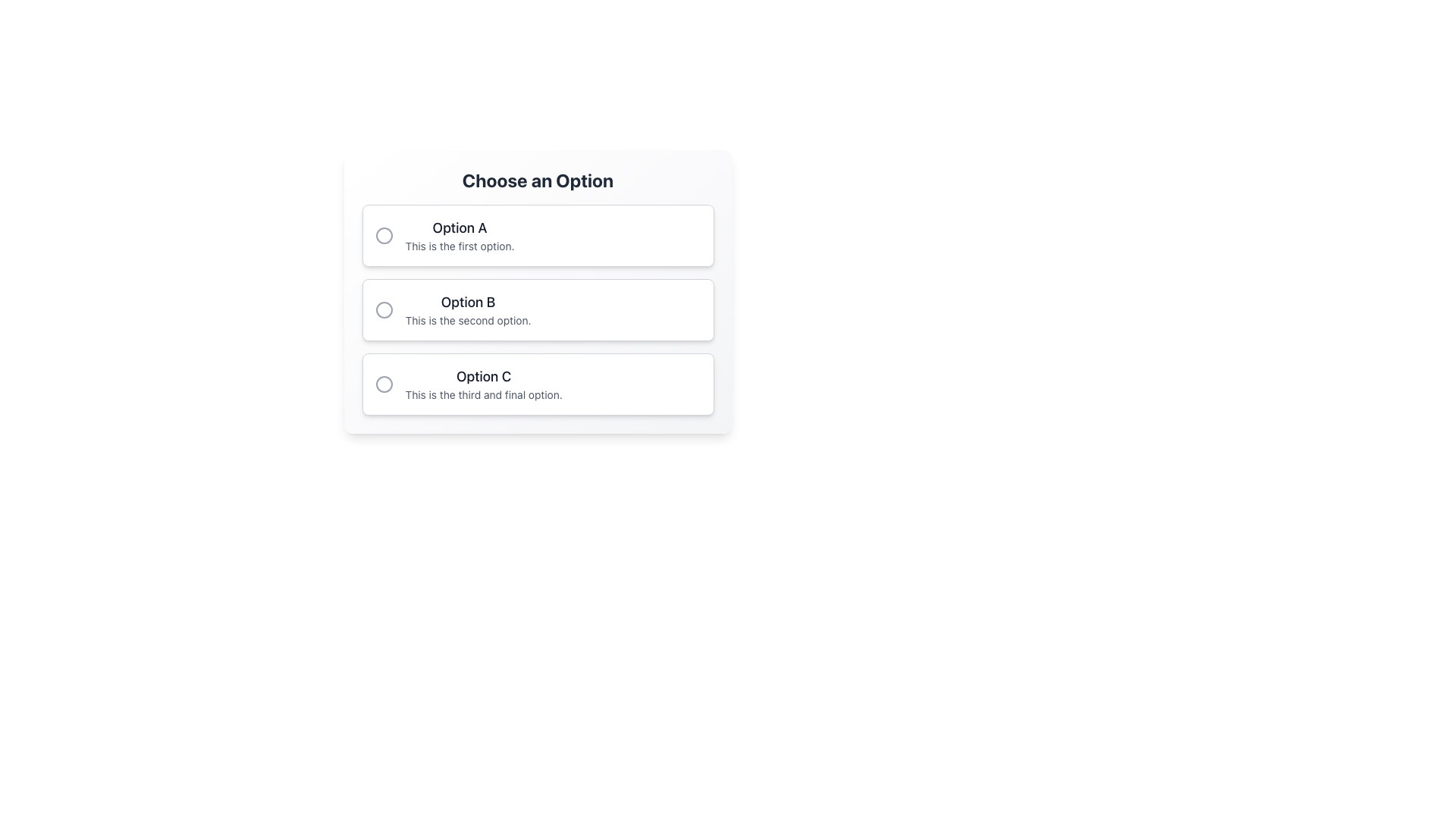 The width and height of the screenshot is (1456, 819). Describe the element at coordinates (483, 394) in the screenshot. I see `the descriptive text reading 'This is the third and final option.' located below 'Option C' in the selection panel labeled 'Choose an Option.'` at that location.